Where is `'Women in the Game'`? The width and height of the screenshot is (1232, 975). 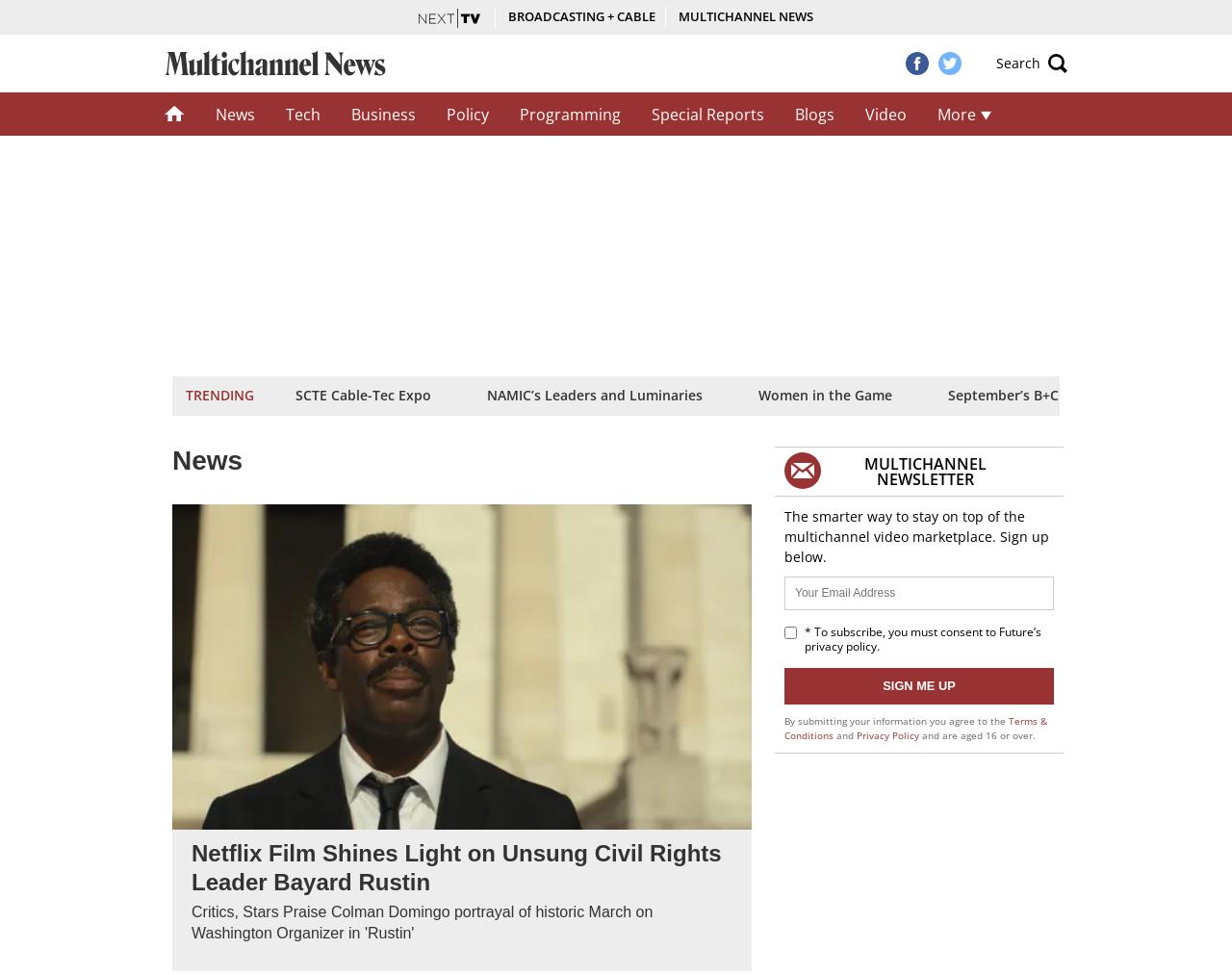
'Women in the Game' is located at coordinates (757, 393).